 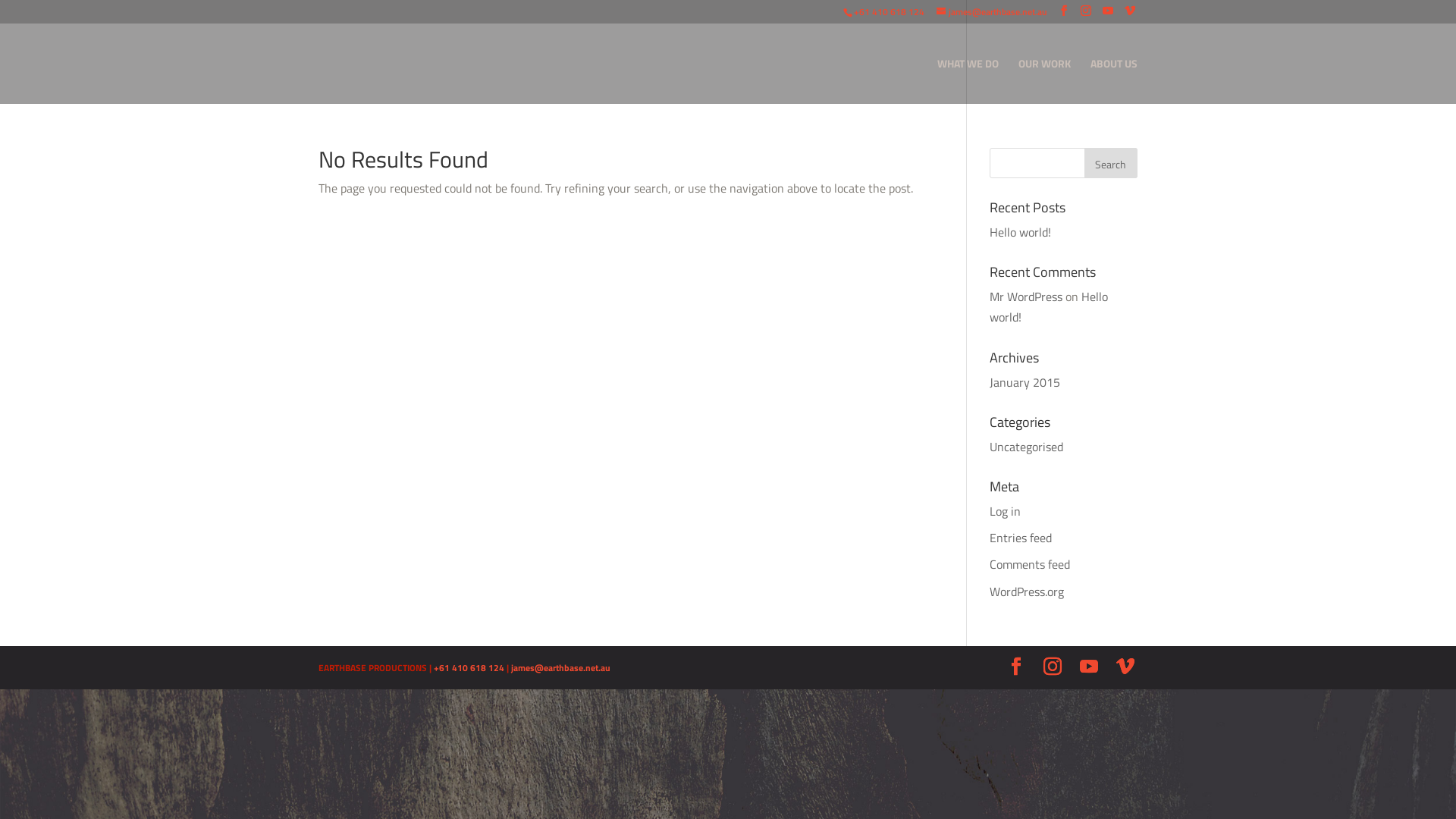 I want to click on 'Log in', so click(x=990, y=511).